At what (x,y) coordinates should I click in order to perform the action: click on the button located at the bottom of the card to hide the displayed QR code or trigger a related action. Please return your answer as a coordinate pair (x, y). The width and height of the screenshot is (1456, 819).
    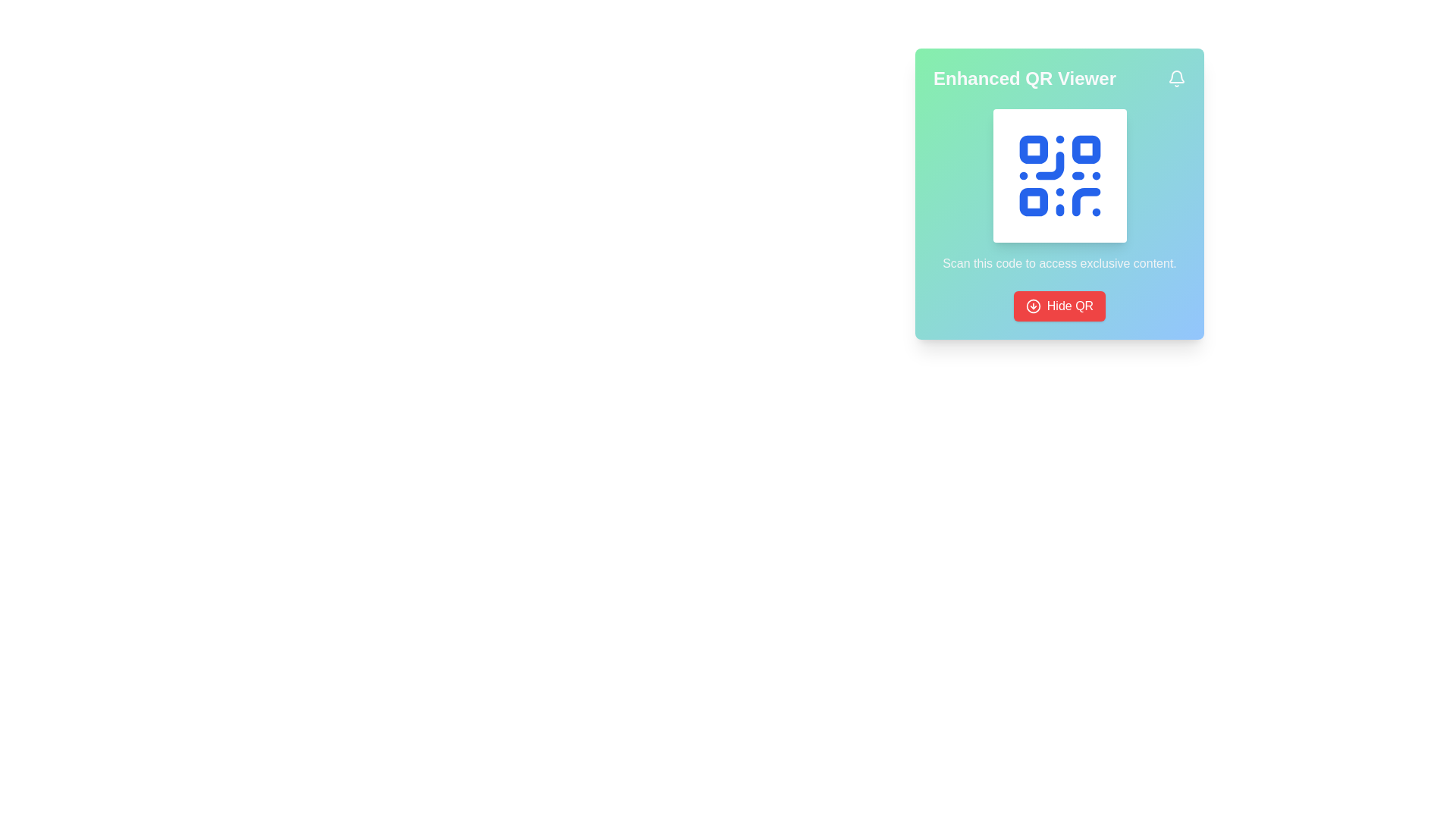
    Looking at the image, I should click on (1059, 306).